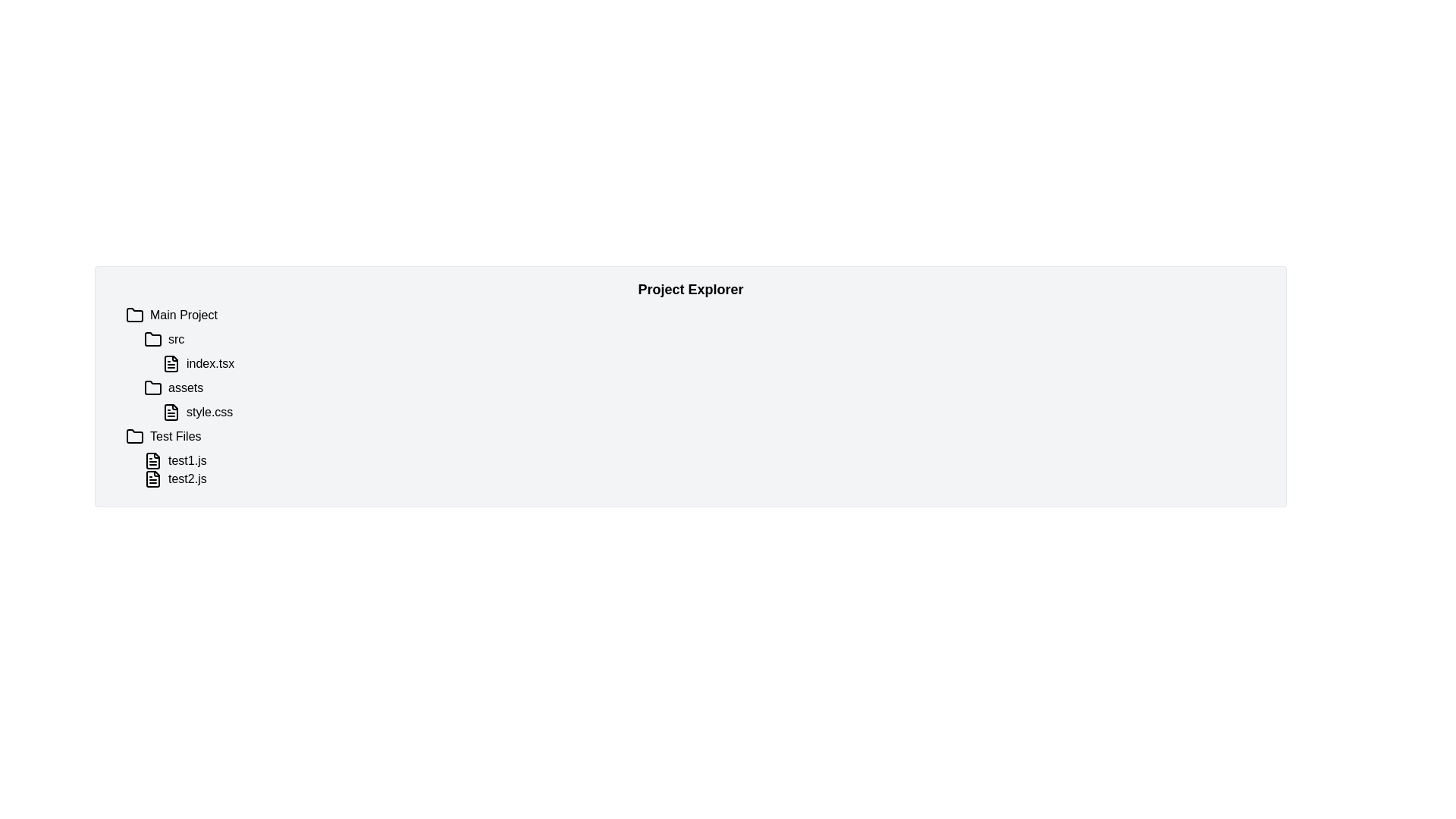 The height and width of the screenshot is (819, 1456). Describe the element at coordinates (171, 412) in the screenshot. I see `the document file icon with a black outline, located to the left of 'style.css', by clicking on its center point` at that location.